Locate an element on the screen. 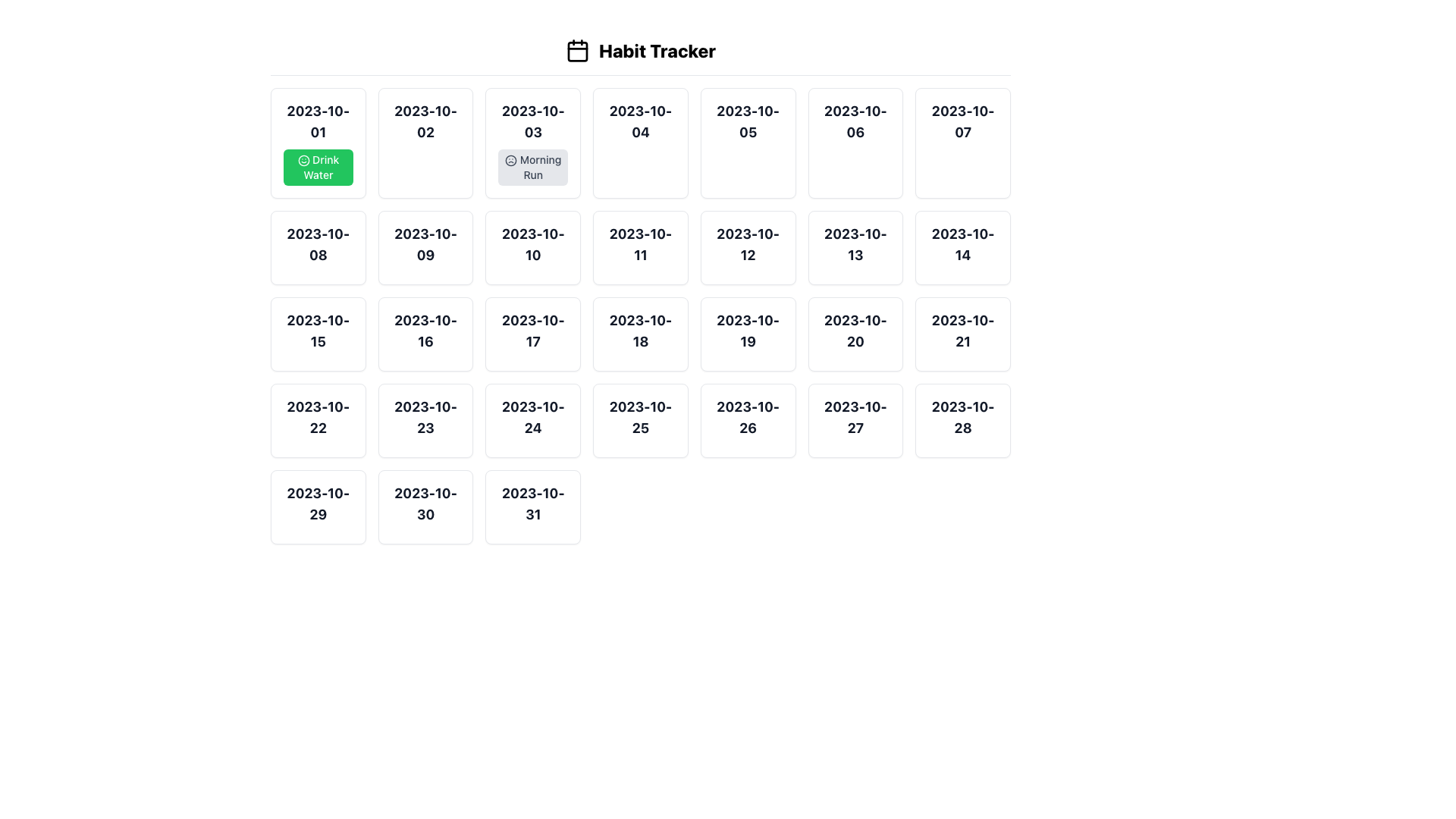 Image resolution: width=1456 pixels, height=819 pixels. the Label displaying the date '2023-10-31' which is positioned in the bottom-right corner above a secondary element is located at coordinates (533, 504).